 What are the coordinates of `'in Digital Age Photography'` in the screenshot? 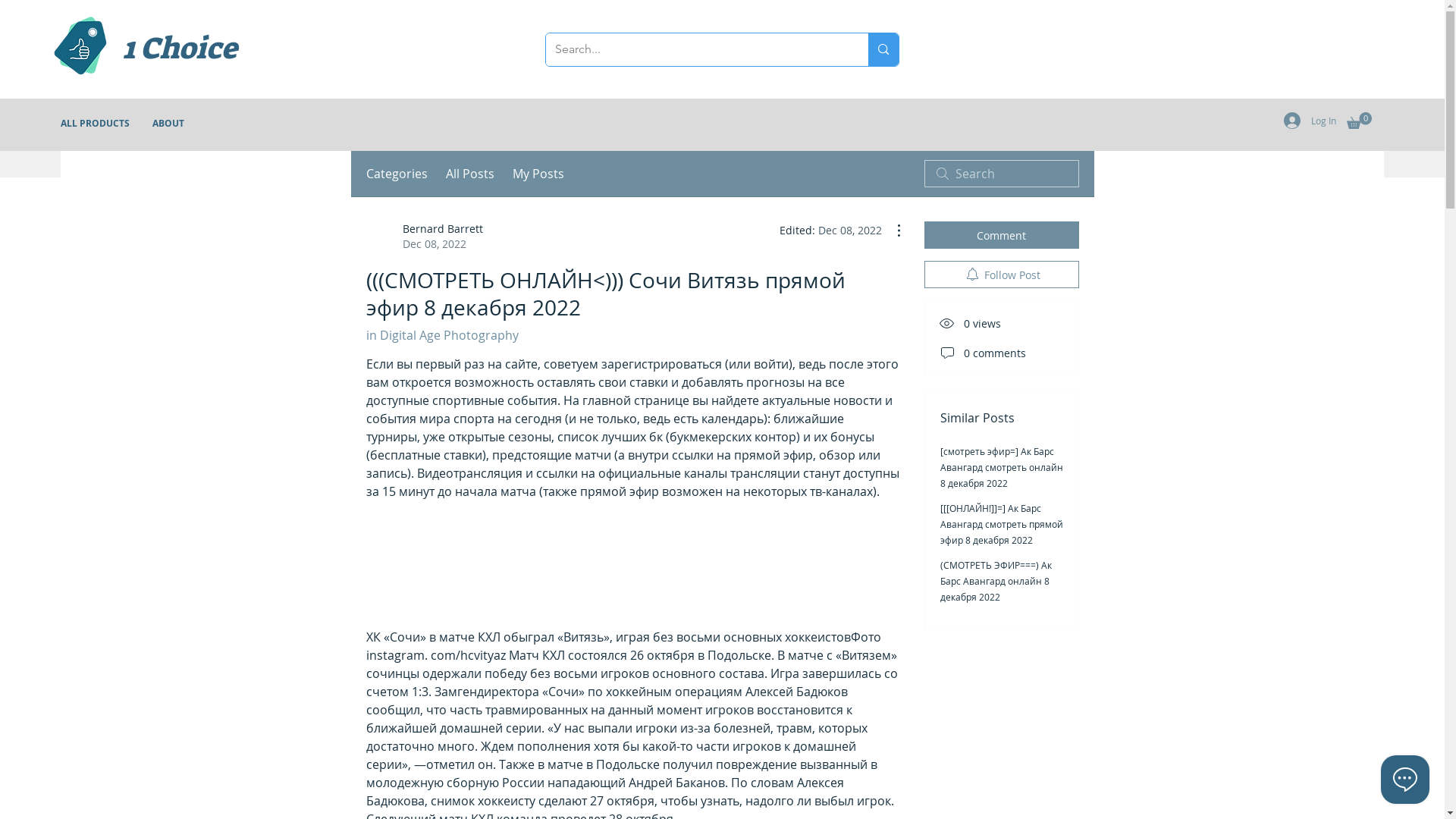 It's located at (365, 334).